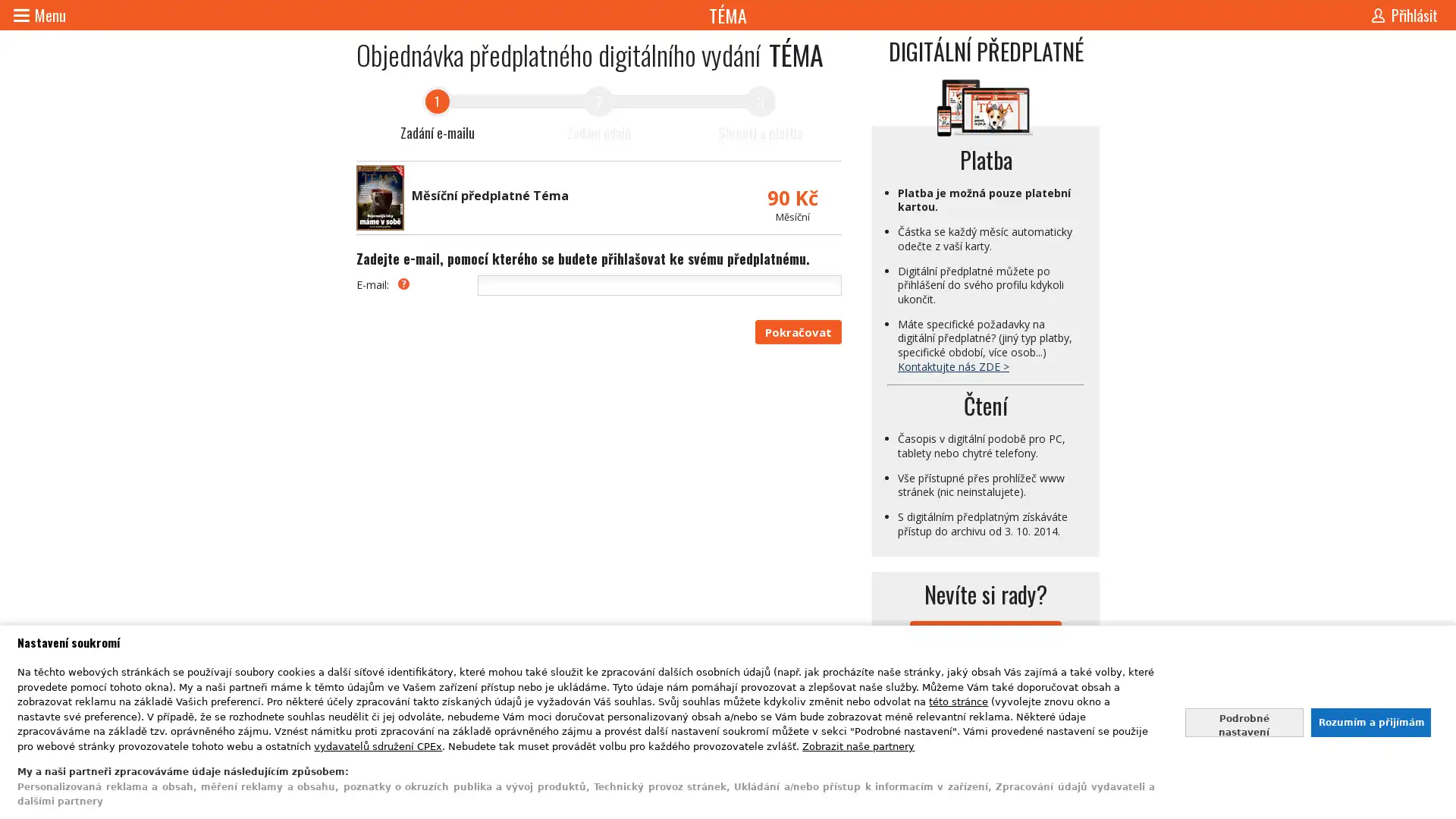  Describe the element at coordinates (797, 331) in the screenshot. I see `Pokracovat` at that location.